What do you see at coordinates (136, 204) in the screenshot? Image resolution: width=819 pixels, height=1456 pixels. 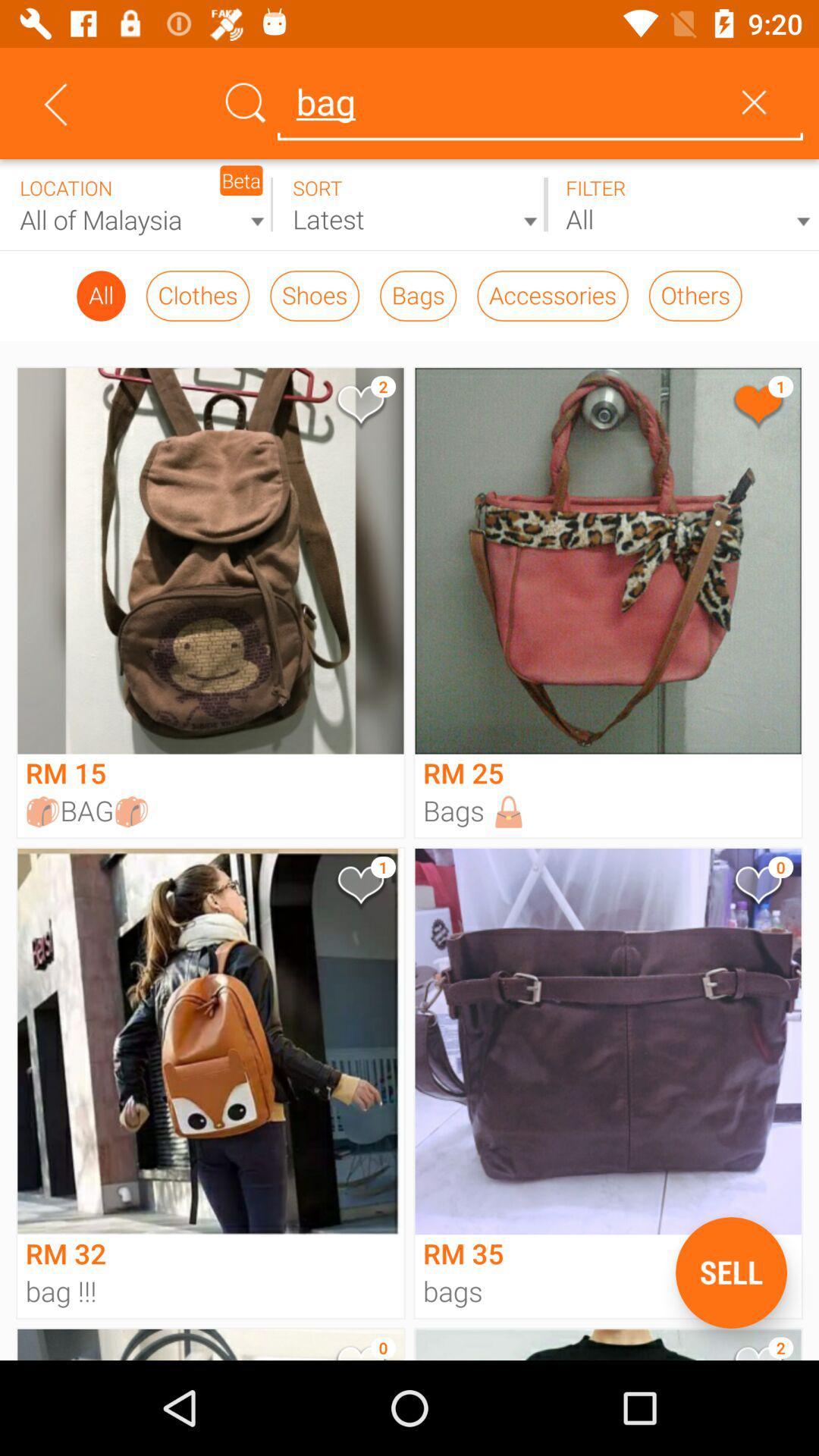 I see `limit search results by location` at bounding box center [136, 204].